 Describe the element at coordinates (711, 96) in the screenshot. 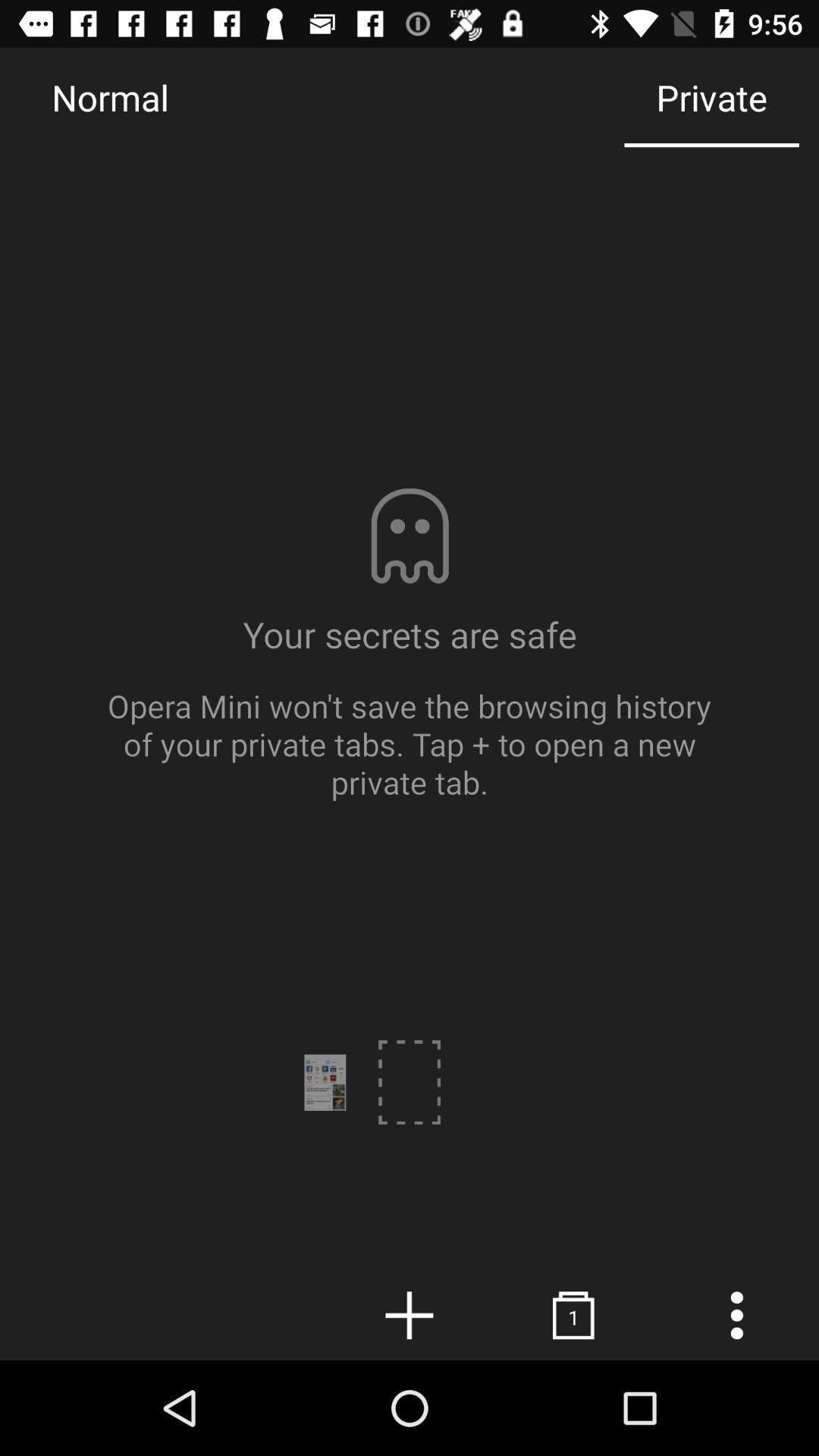

I see `the icon next to the normal item` at that location.